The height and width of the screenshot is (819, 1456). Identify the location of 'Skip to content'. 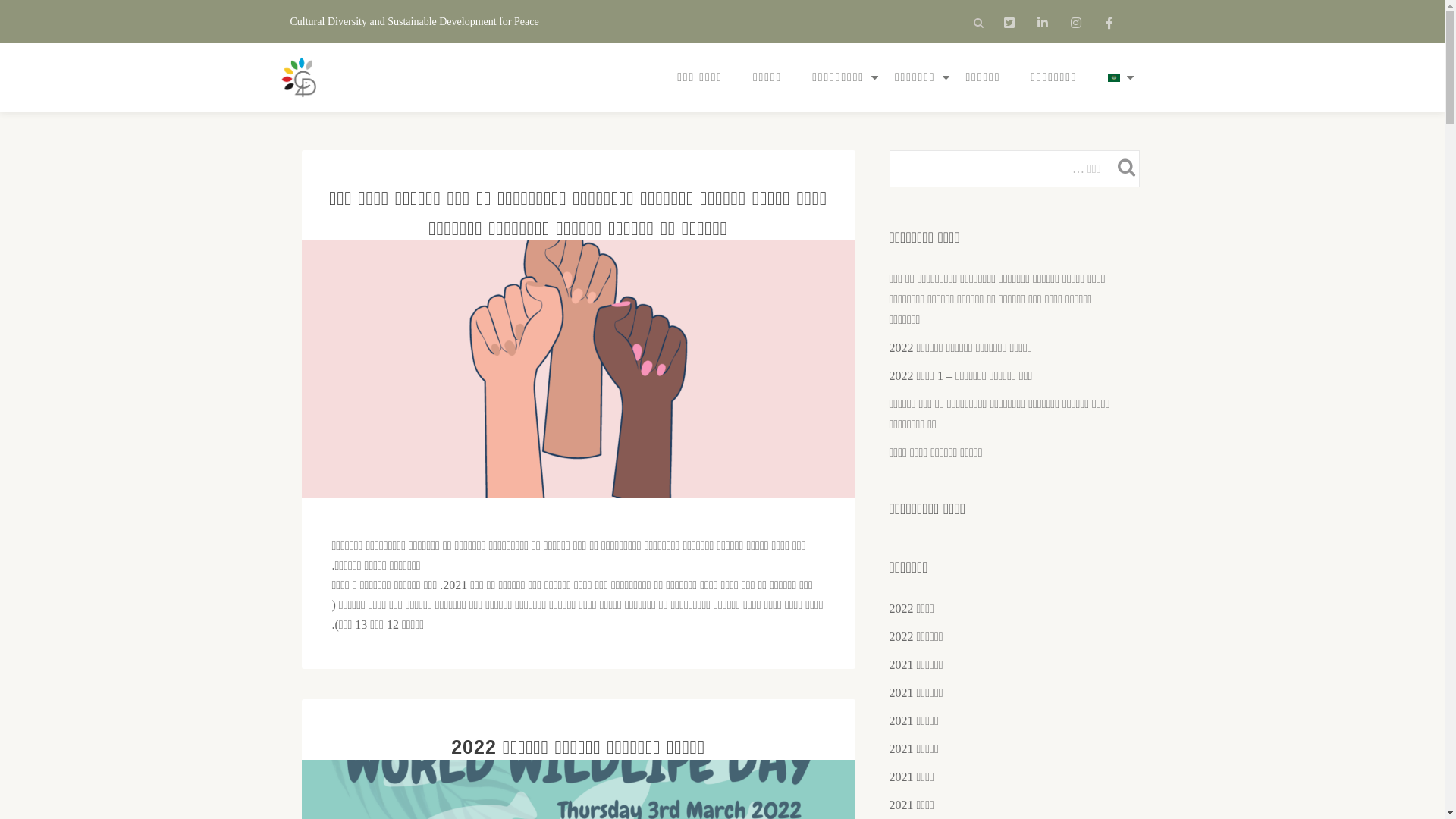
(0, 30).